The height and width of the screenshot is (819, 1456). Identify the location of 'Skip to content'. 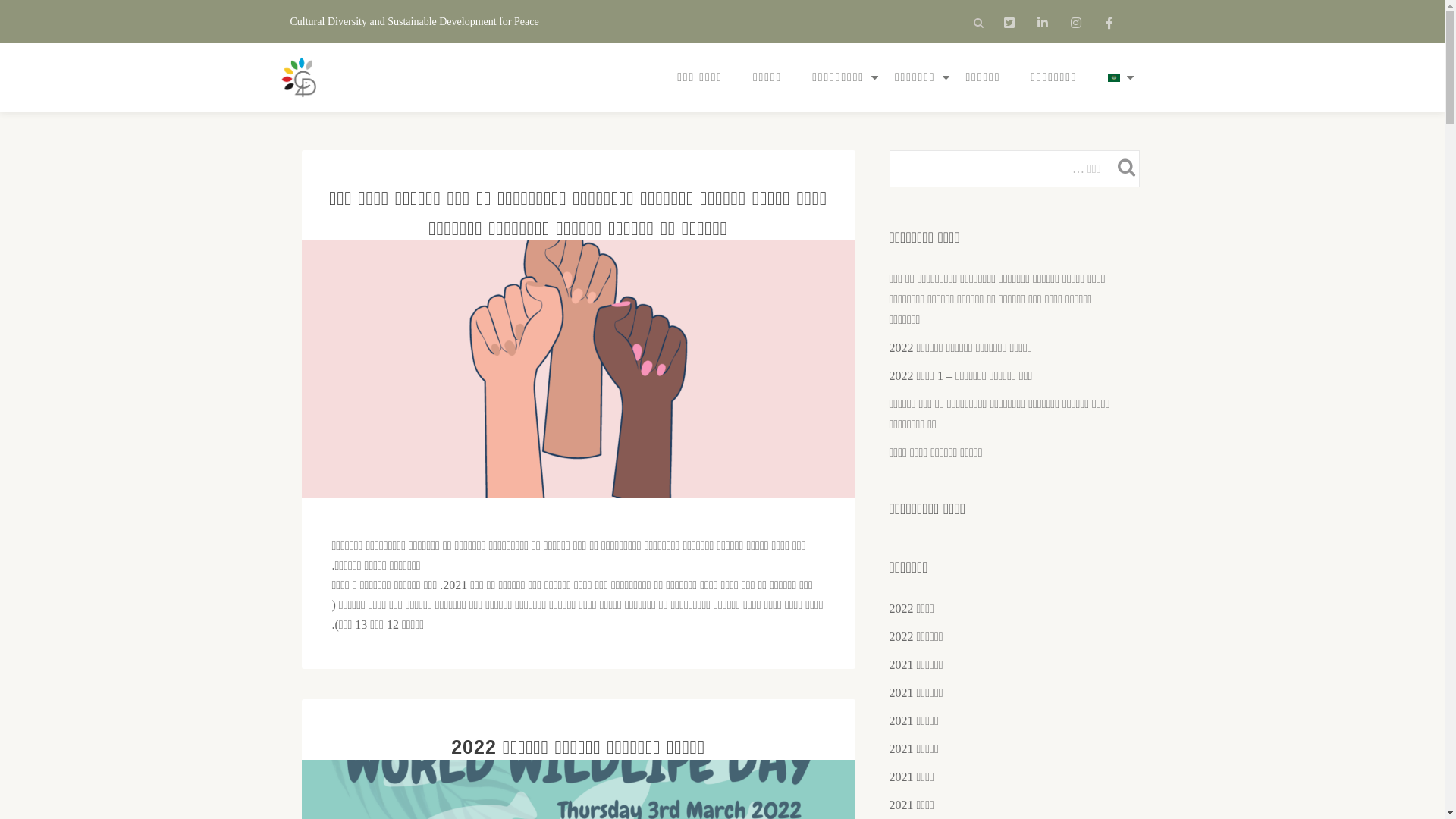
(0, 30).